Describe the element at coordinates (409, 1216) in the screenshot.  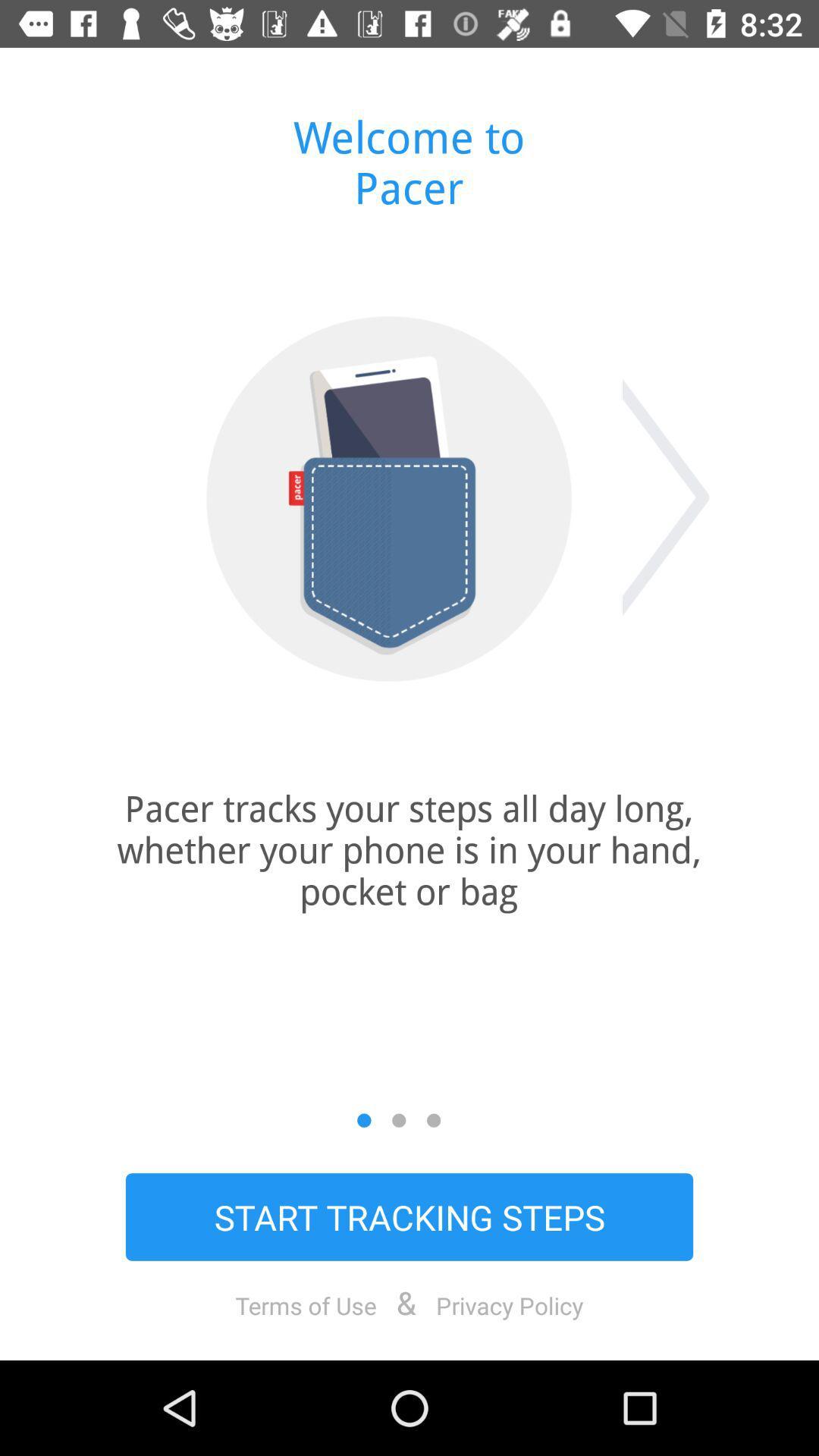
I see `icon above & item` at that location.